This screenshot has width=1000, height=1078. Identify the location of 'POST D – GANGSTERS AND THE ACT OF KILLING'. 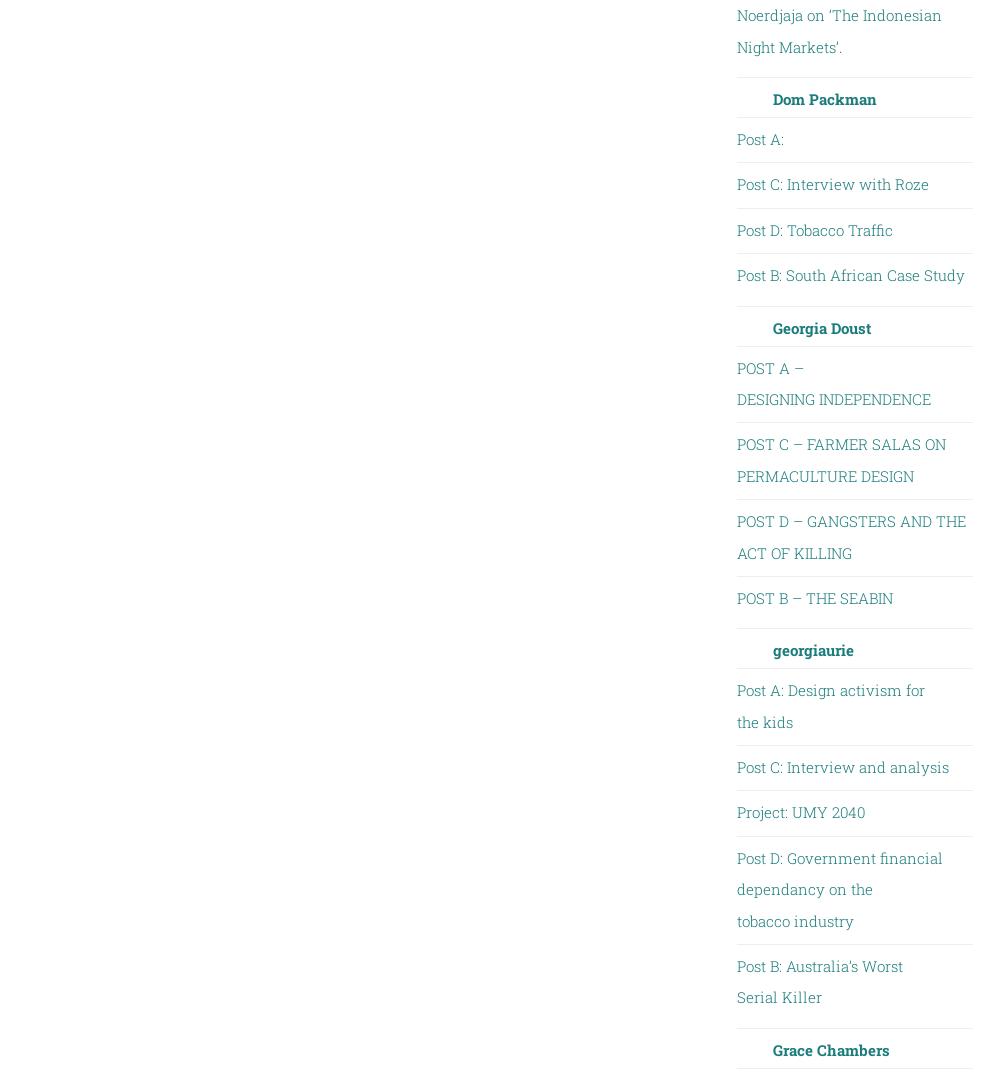
(849, 536).